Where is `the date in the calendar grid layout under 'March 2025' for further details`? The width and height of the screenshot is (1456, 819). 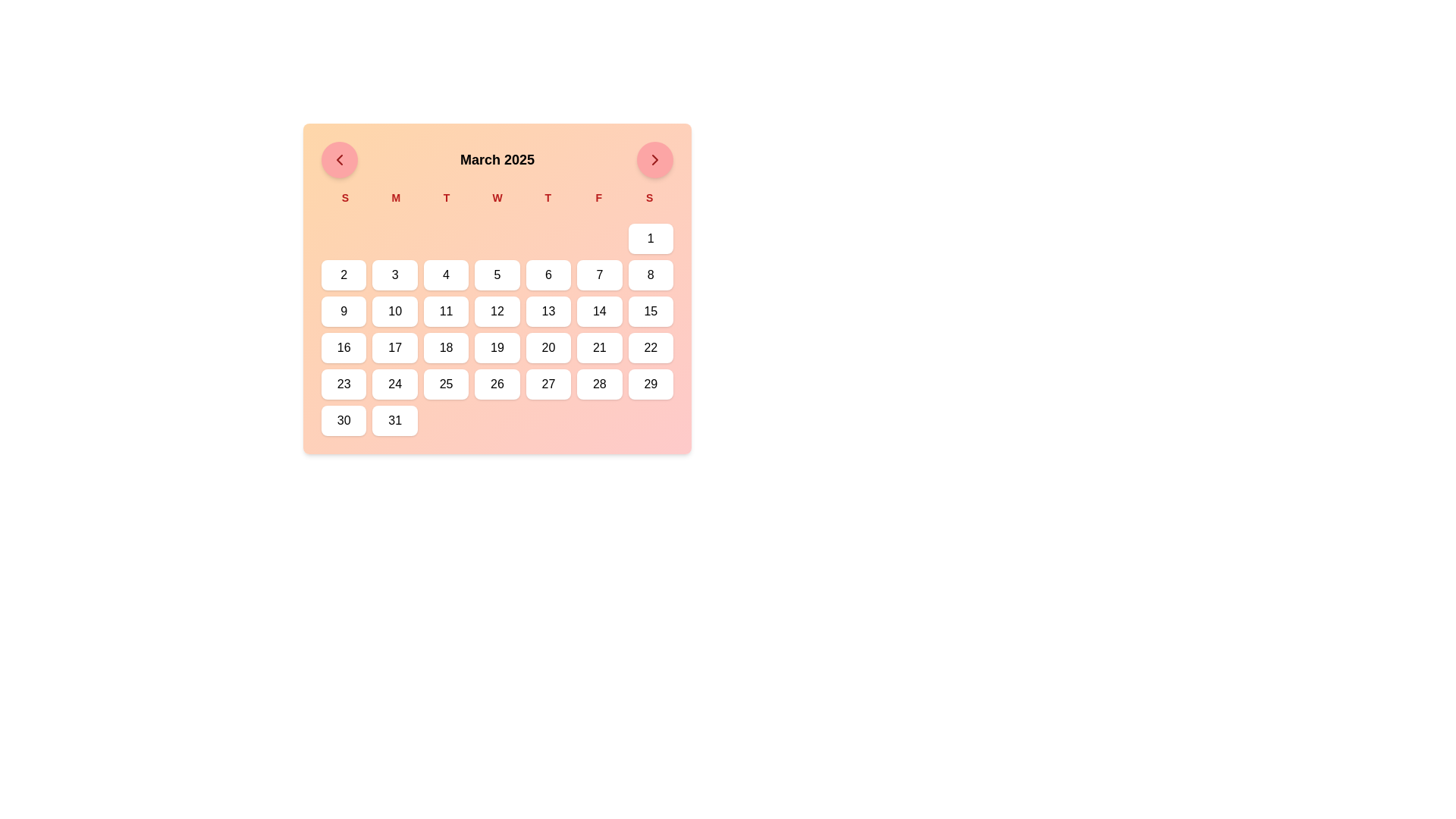
the date in the calendar grid layout under 'March 2025' for further details is located at coordinates (497, 329).